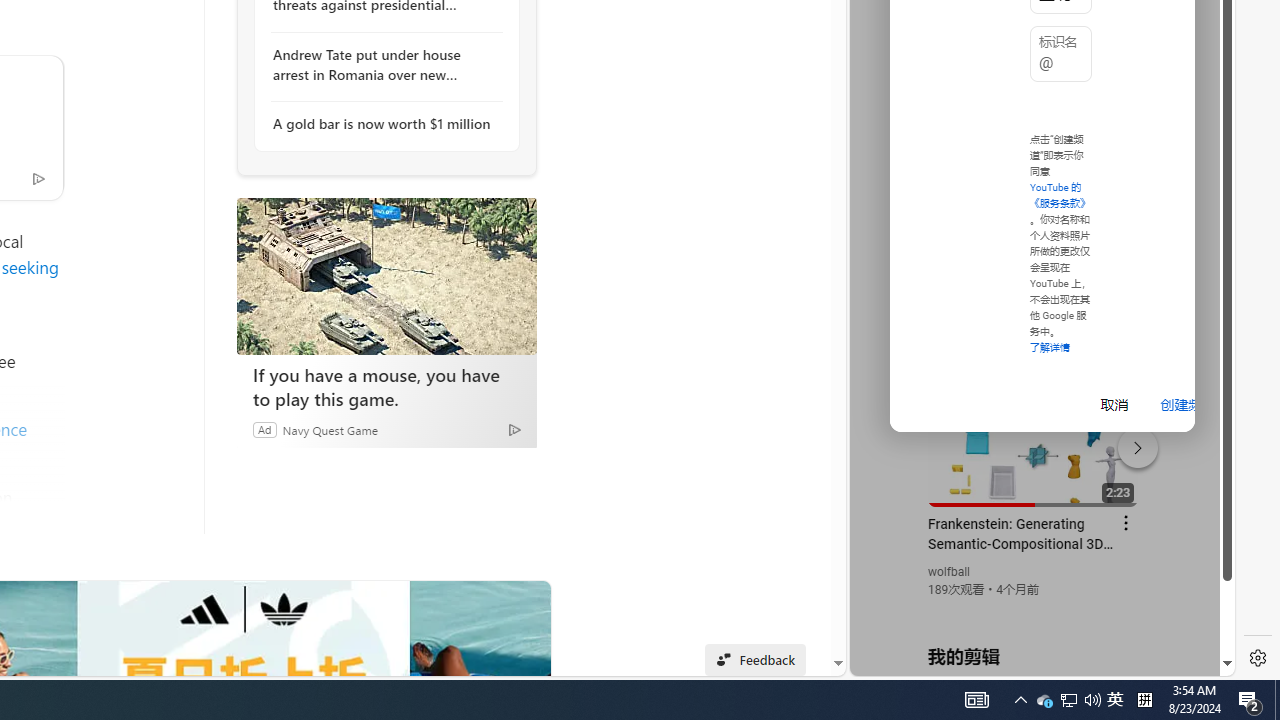 This screenshot has width=1280, height=720. What do you see at coordinates (948, 572) in the screenshot?
I see `'wolfball'` at bounding box center [948, 572].